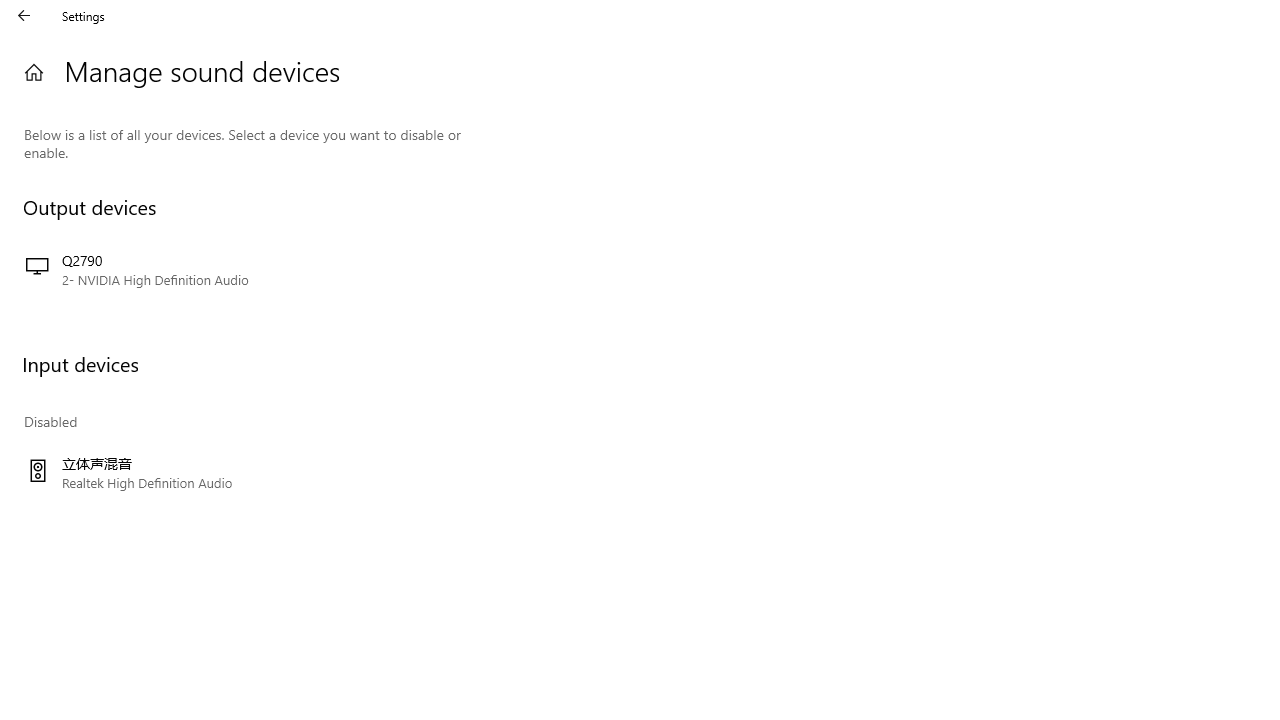 The image size is (1280, 720). Describe the element at coordinates (24, 15) in the screenshot. I see `'Back'` at that location.